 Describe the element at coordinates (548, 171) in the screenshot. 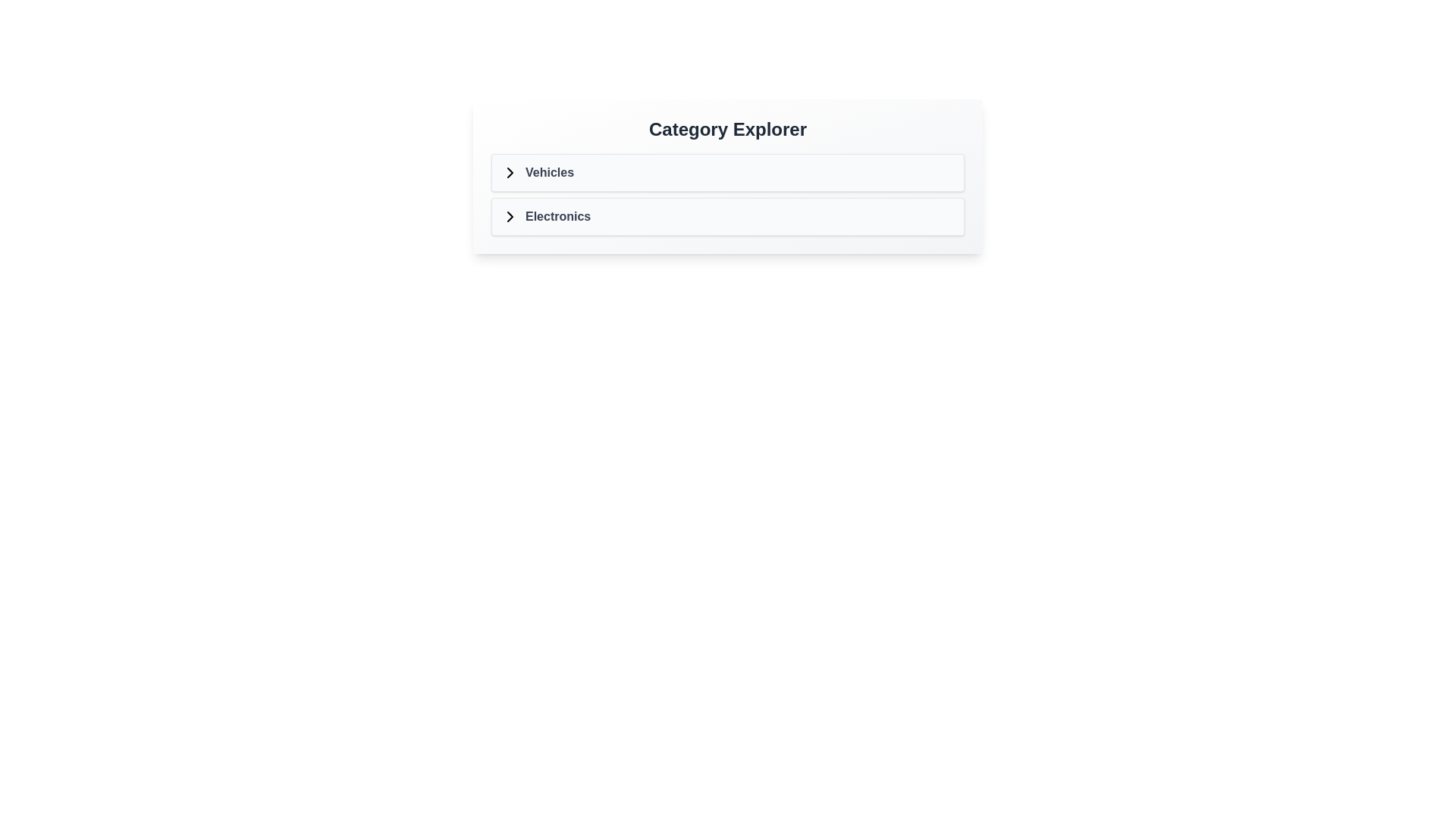

I see `the 'Vehicles' text element in the 'Category Explorer' section, which is displayed in a bold, dark gray font and is located in the first card of the two vertical sections` at that location.